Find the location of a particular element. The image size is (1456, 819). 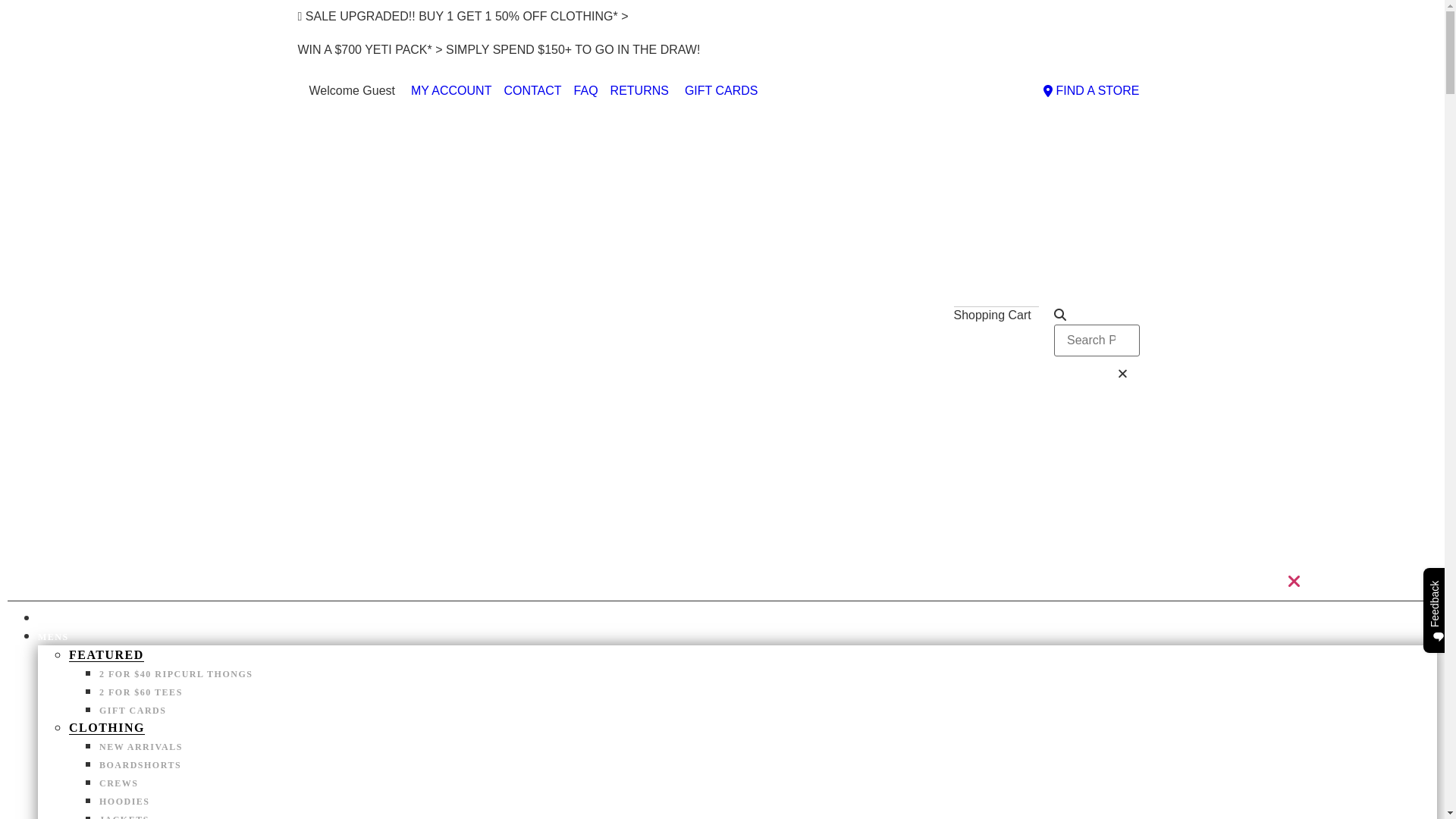

'GIFT CARDS' is located at coordinates (132, 711).